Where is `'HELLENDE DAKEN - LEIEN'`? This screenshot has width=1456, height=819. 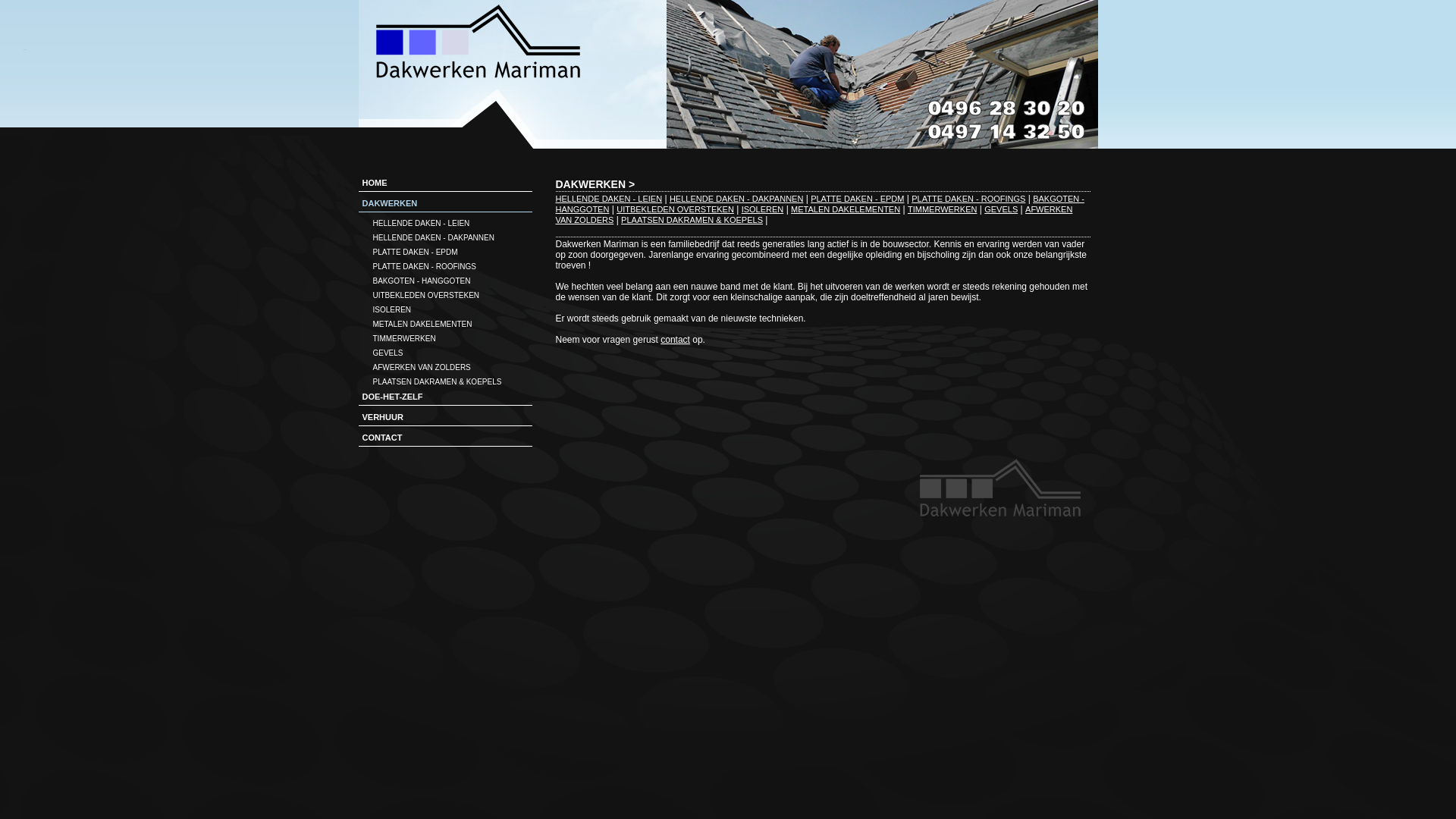
'HELLENDE DAKEN - LEIEN' is located at coordinates (441, 222).